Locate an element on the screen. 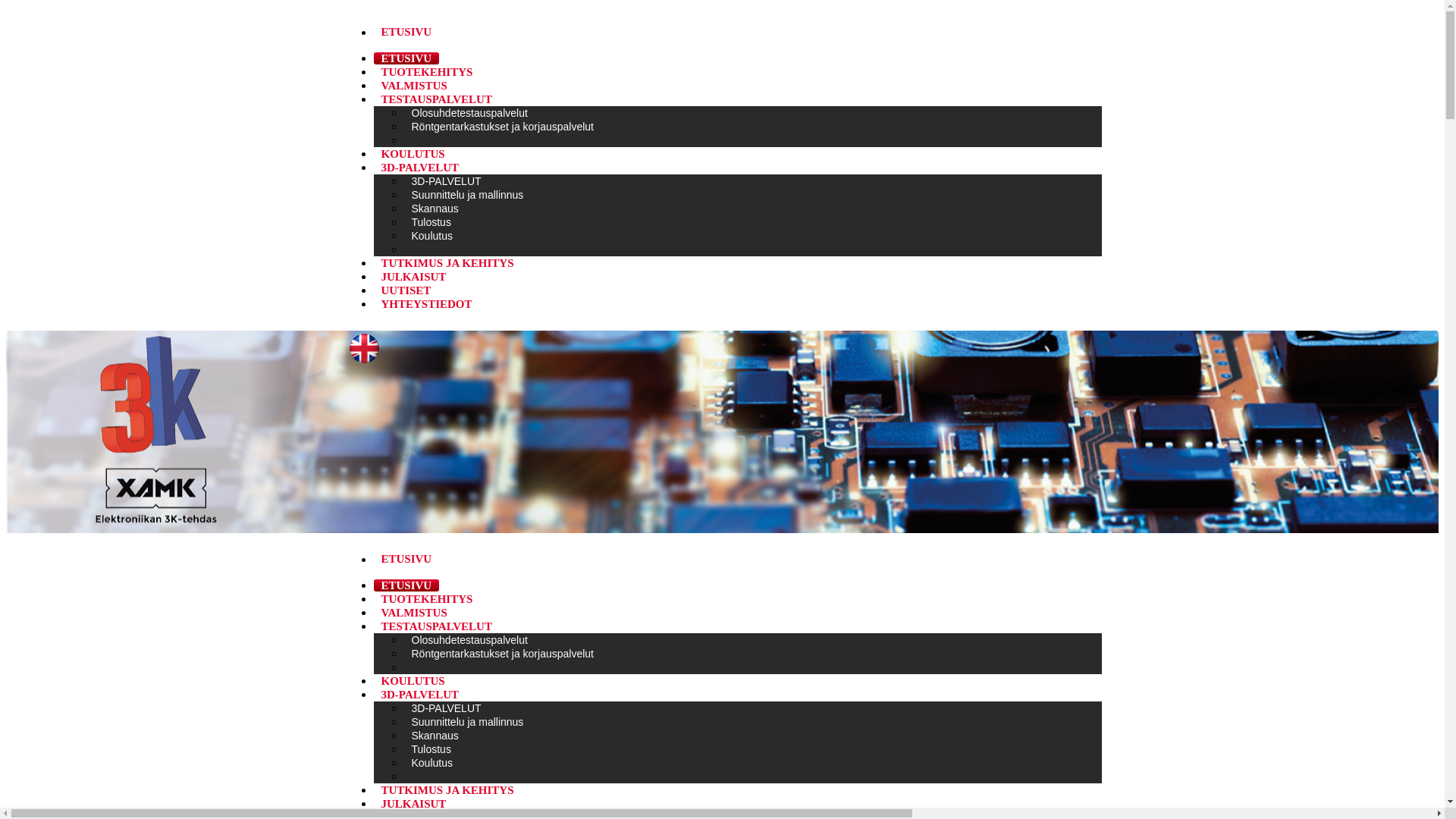  'Olosuhdetestauspalvelut' is located at coordinates (403, 640).